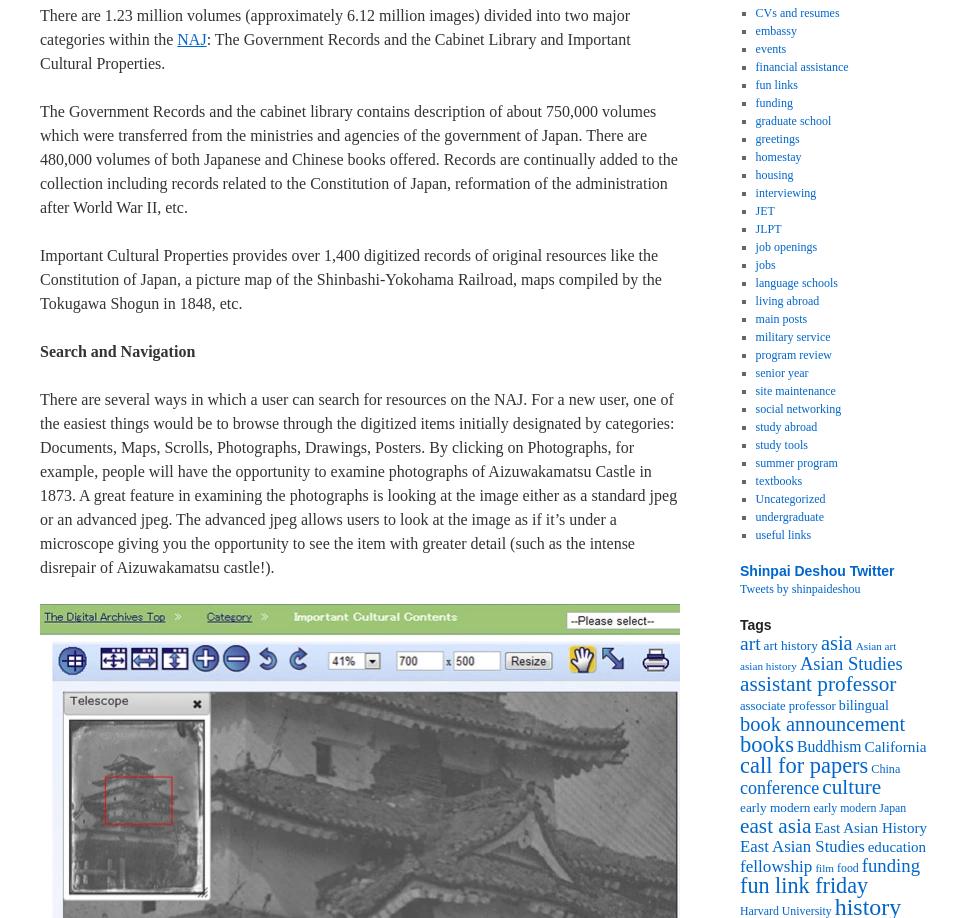 This screenshot has height=918, width=980. What do you see at coordinates (774, 174) in the screenshot?
I see `'housing'` at bounding box center [774, 174].